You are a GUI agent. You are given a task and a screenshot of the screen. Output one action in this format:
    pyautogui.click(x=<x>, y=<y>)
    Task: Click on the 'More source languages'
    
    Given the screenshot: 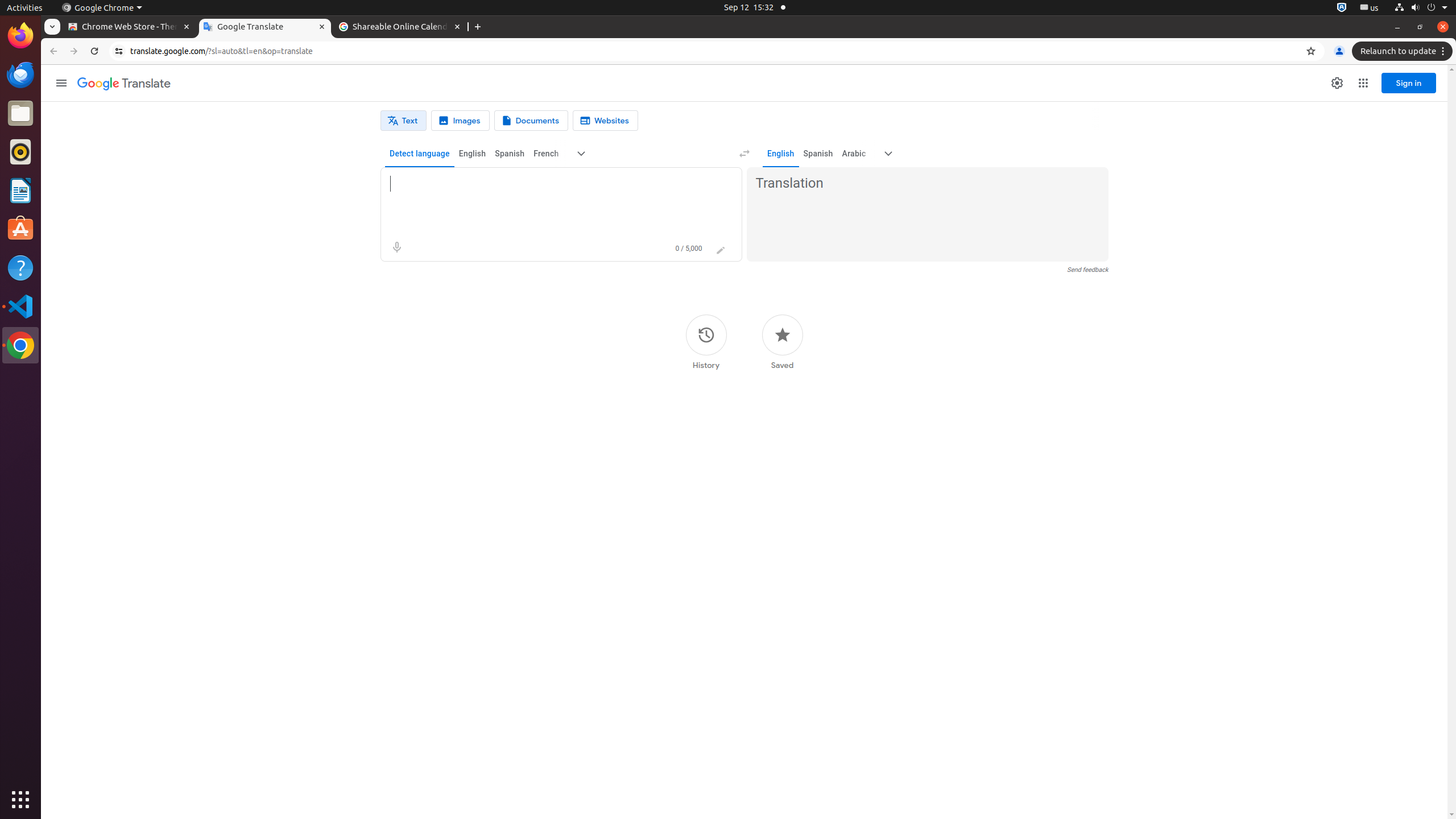 What is the action you would take?
    pyautogui.click(x=581, y=153)
    